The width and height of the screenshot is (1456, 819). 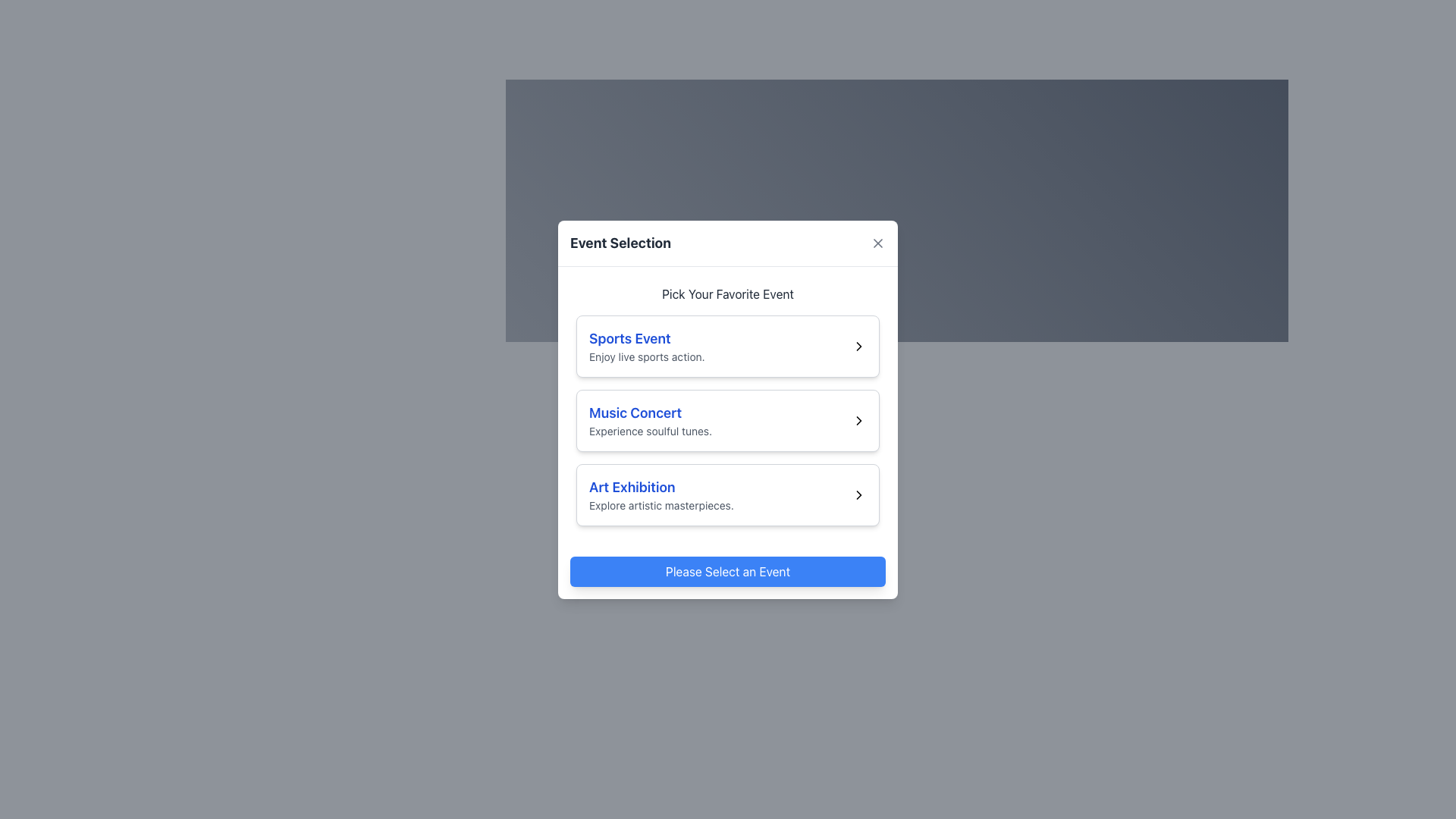 What do you see at coordinates (647, 346) in the screenshot?
I see `the 'Sports Event' option in the vertical list within the modal dialog, located above 'Music Concert' and below the header instruction` at bounding box center [647, 346].